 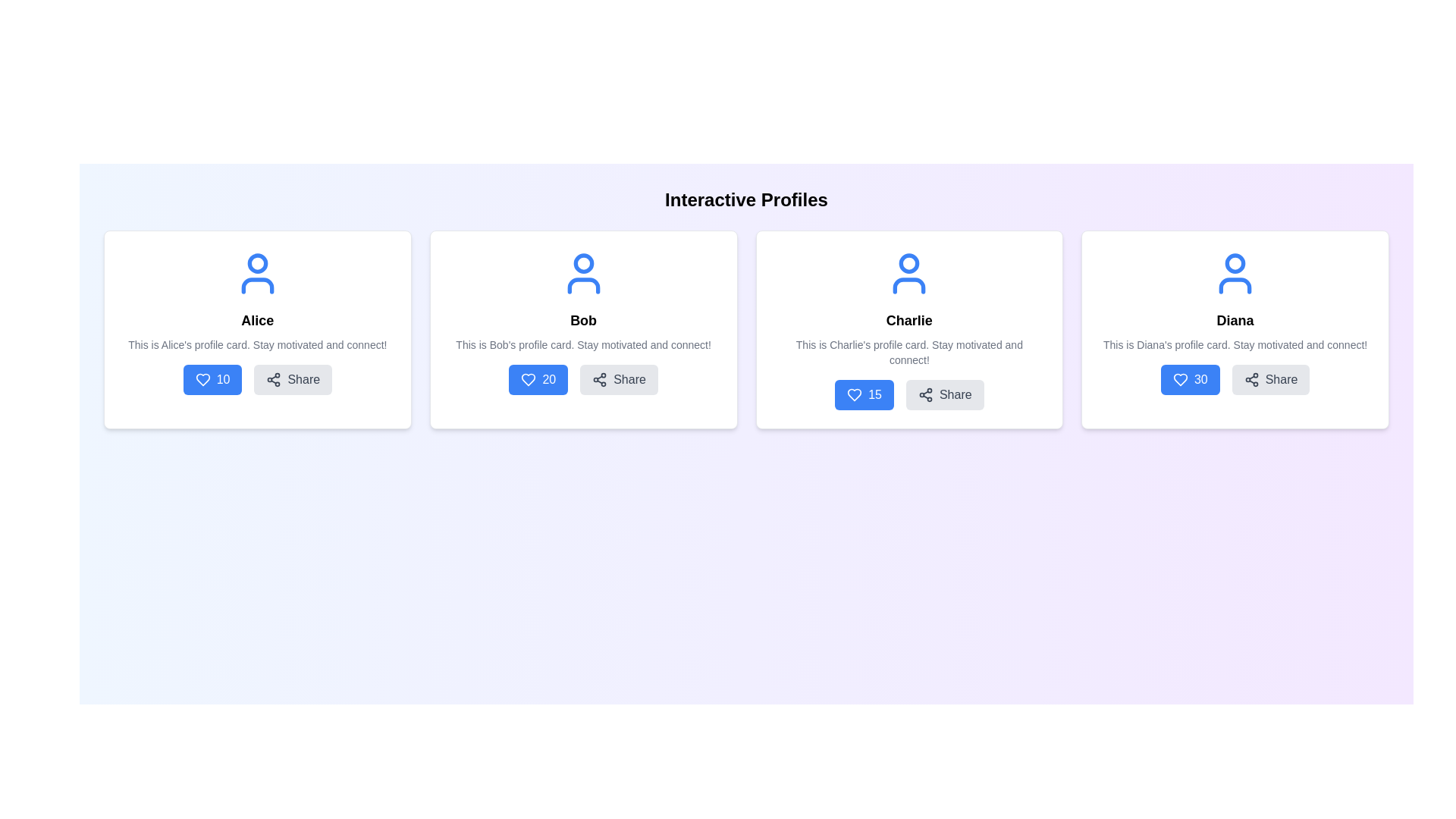 I want to click on the circular user icon representing 'Alice' in her profile card, which is styled in blue color and positioned above the name label 'Alice', so click(x=257, y=262).